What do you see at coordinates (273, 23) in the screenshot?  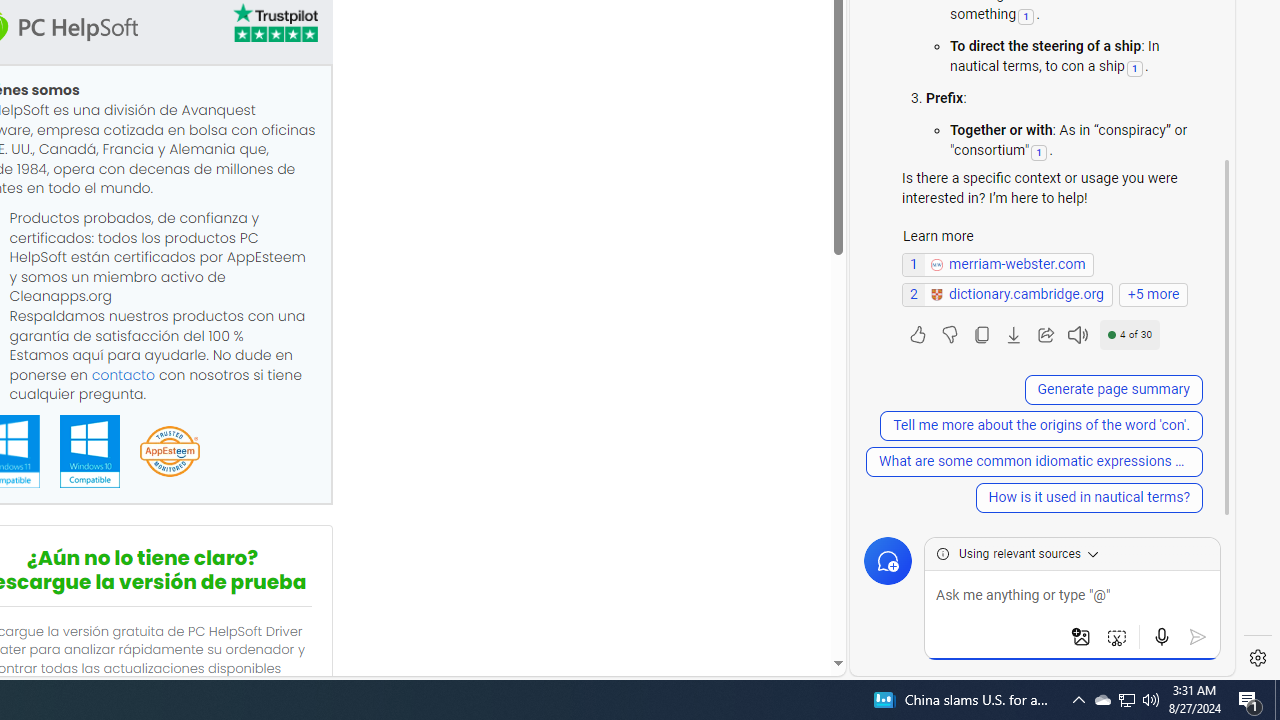 I see `'TrustPilot'` at bounding box center [273, 23].